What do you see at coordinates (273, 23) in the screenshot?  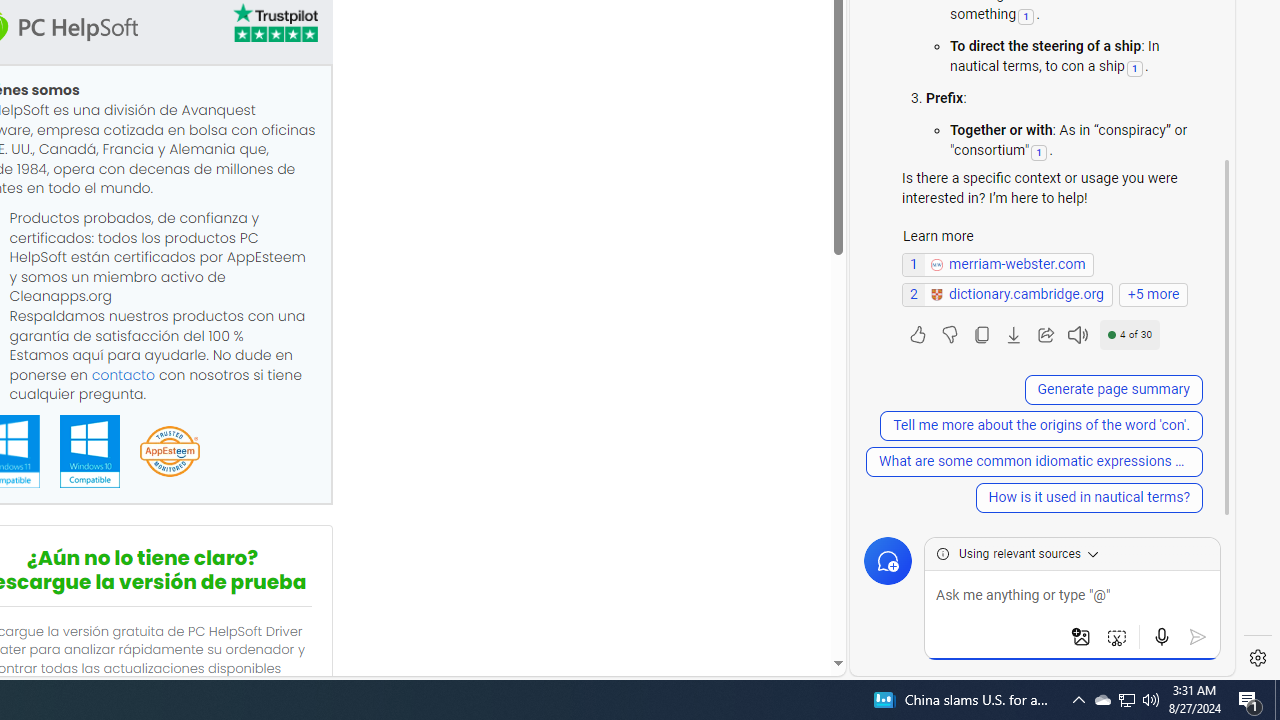 I see `'TrustPilot'` at bounding box center [273, 23].